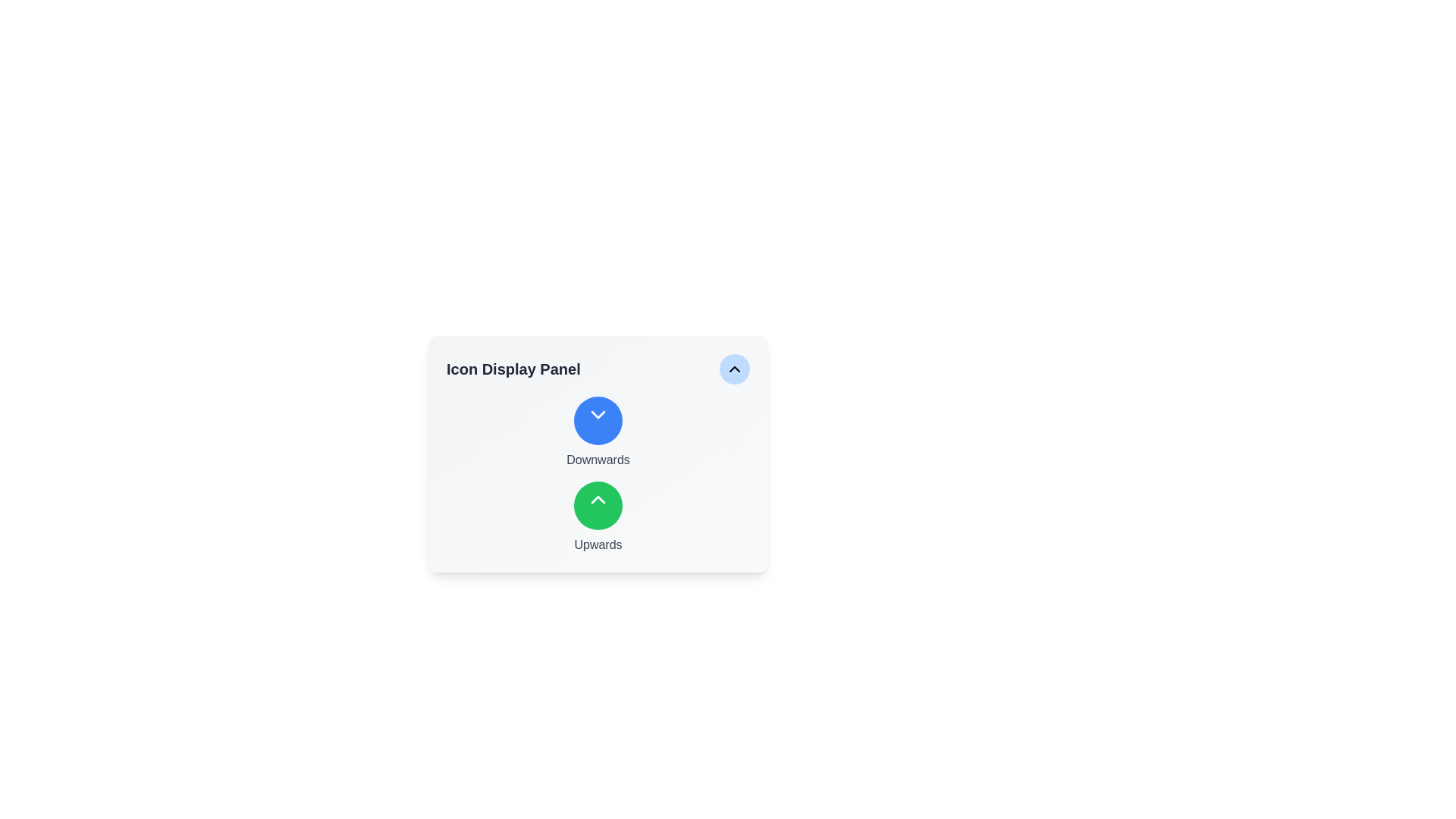 This screenshot has height=819, width=1456. What do you see at coordinates (597, 503) in the screenshot?
I see `the upward navigation button located at the bottom section of the panel, directly above the blue downward arrow button` at bounding box center [597, 503].